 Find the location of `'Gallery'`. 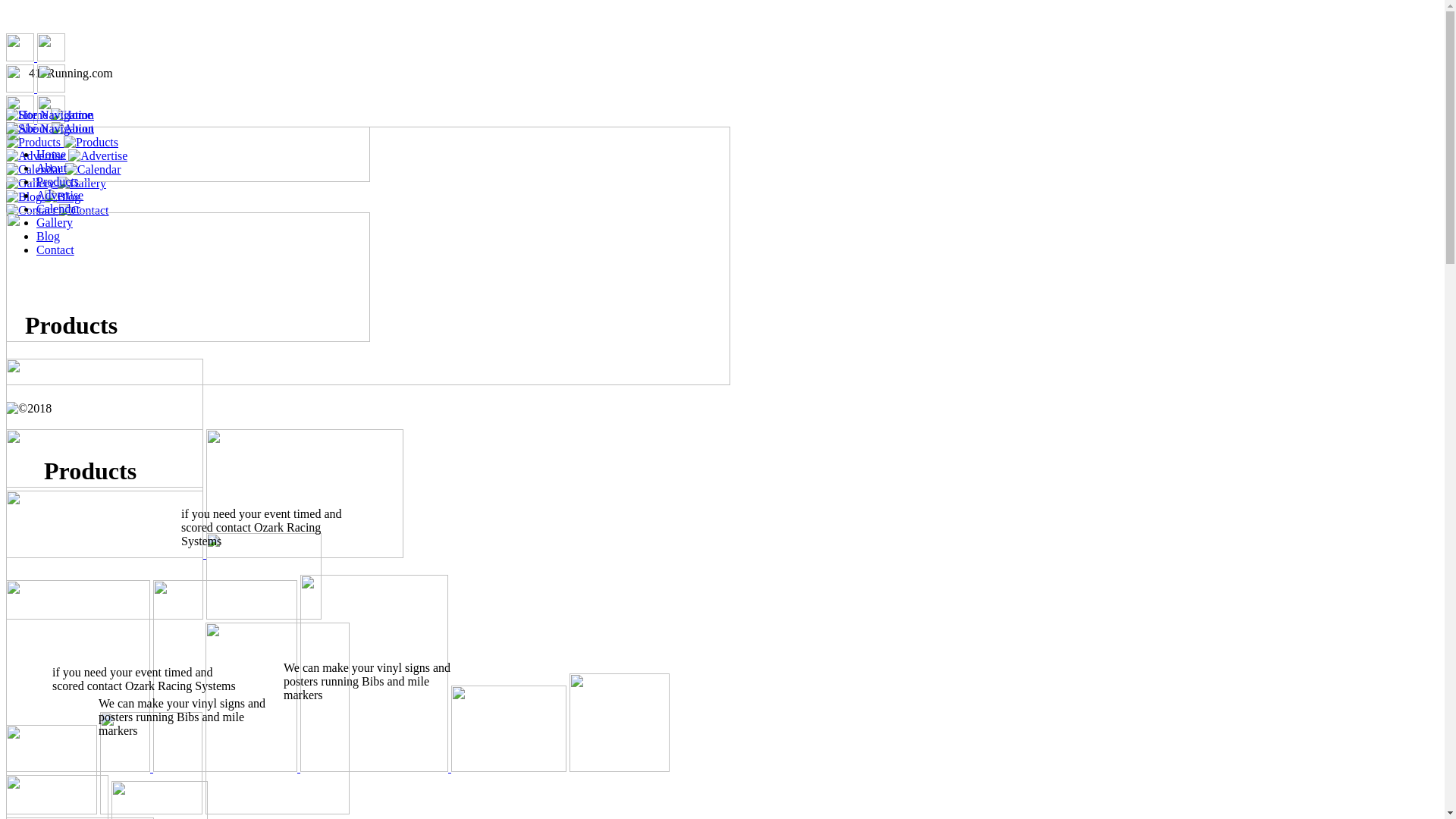

'Gallery' is located at coordinates (55, 222).